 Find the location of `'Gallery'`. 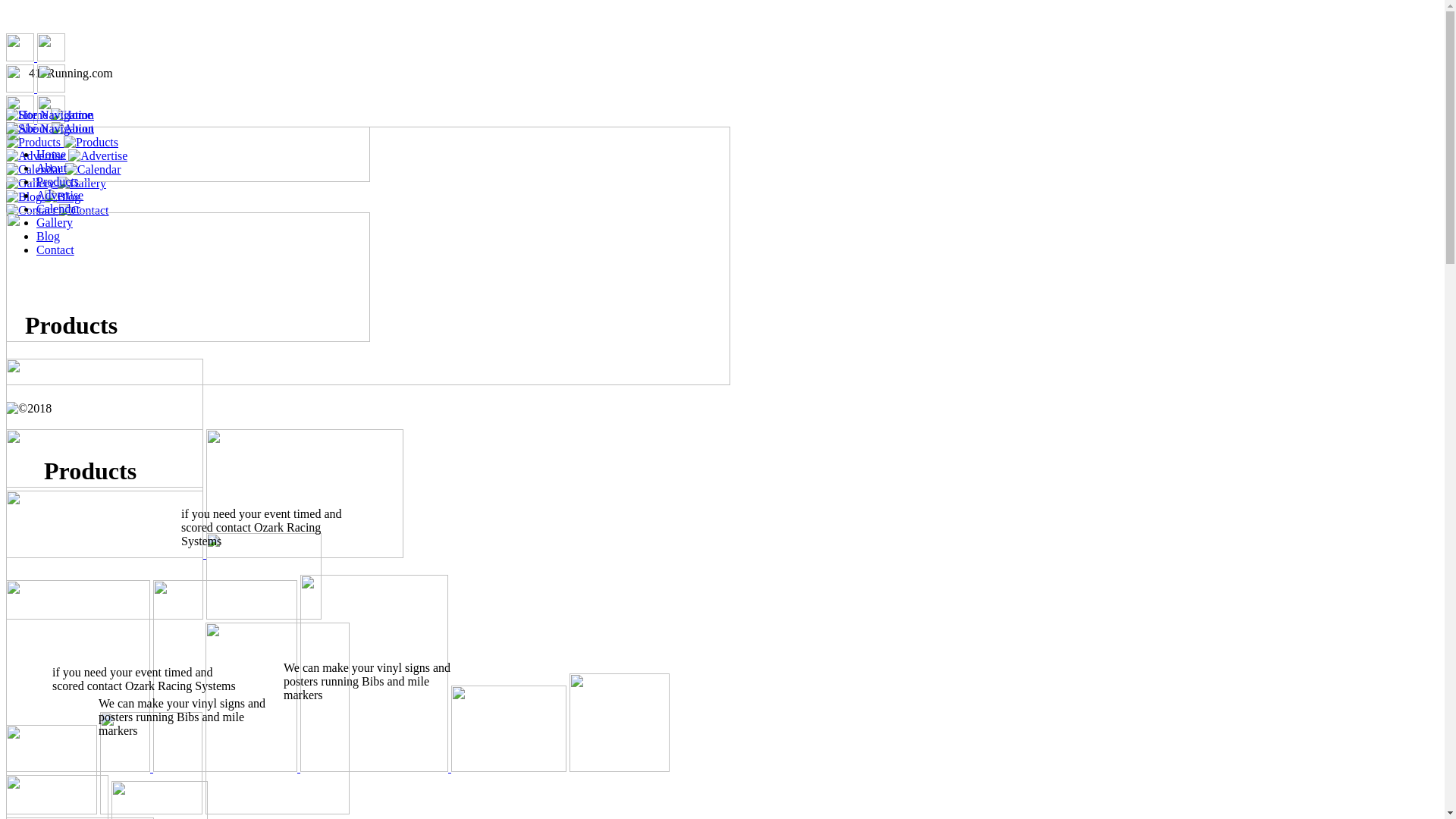

'Gallery' is located at coordinates (55, 222).